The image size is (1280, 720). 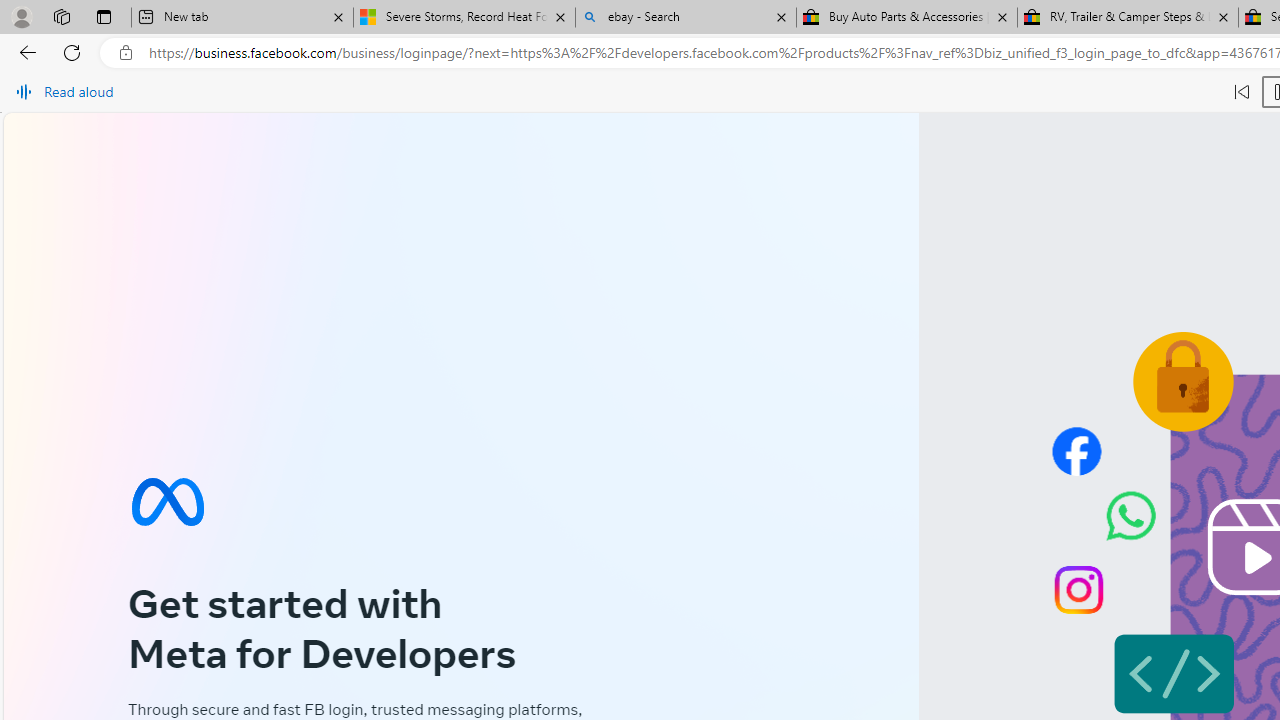 What do you see at coordinates (906, 17) in the screenshot?
I see `'Buy Auto Parts & Accessories | eBay'` at bounding box center [906, 17].